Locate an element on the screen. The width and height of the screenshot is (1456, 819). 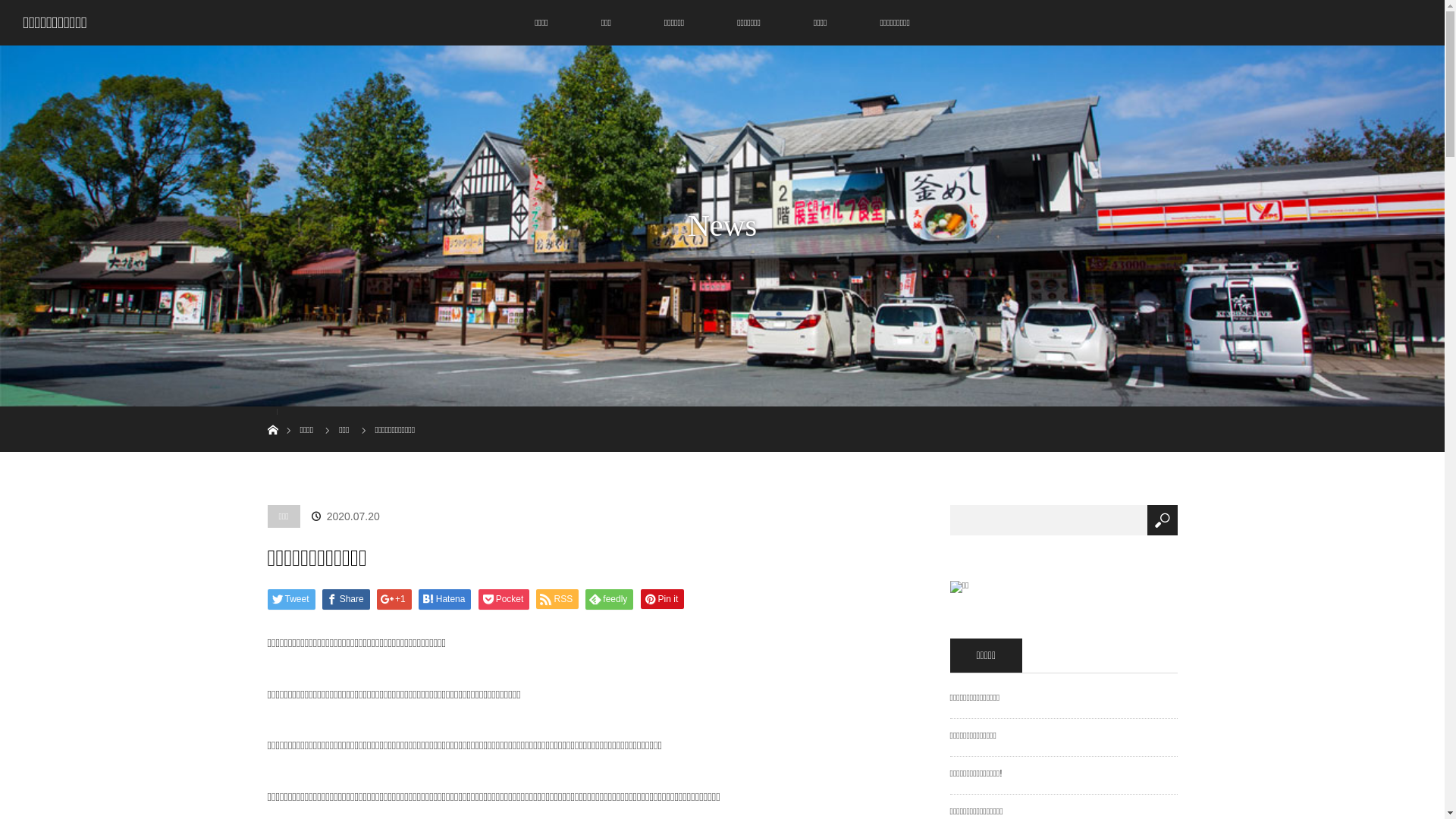
'RSS' is located at coordinates (556, 598).